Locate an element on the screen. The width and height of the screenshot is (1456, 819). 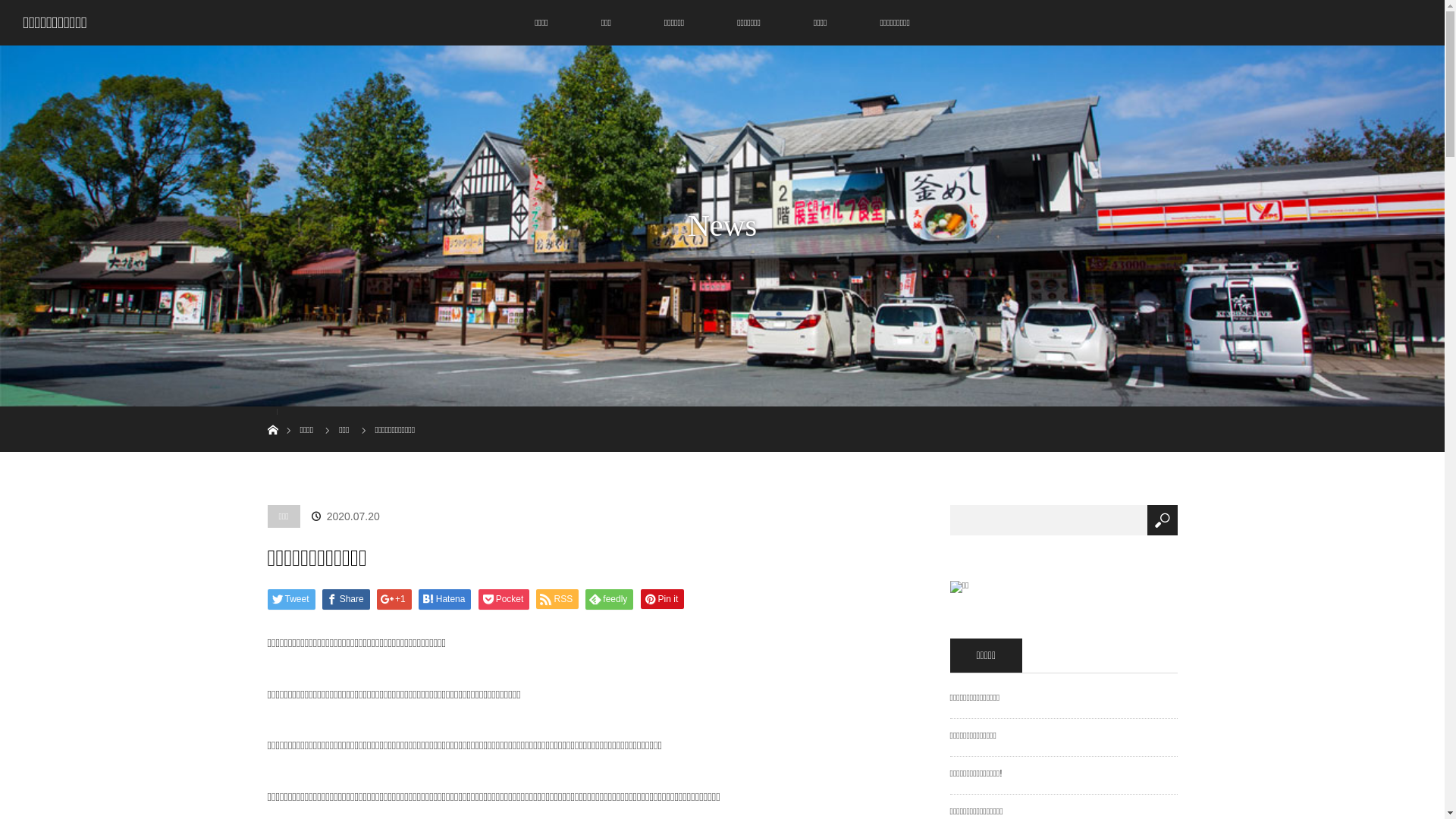
'RSS' is located at coordinates (556, 598).